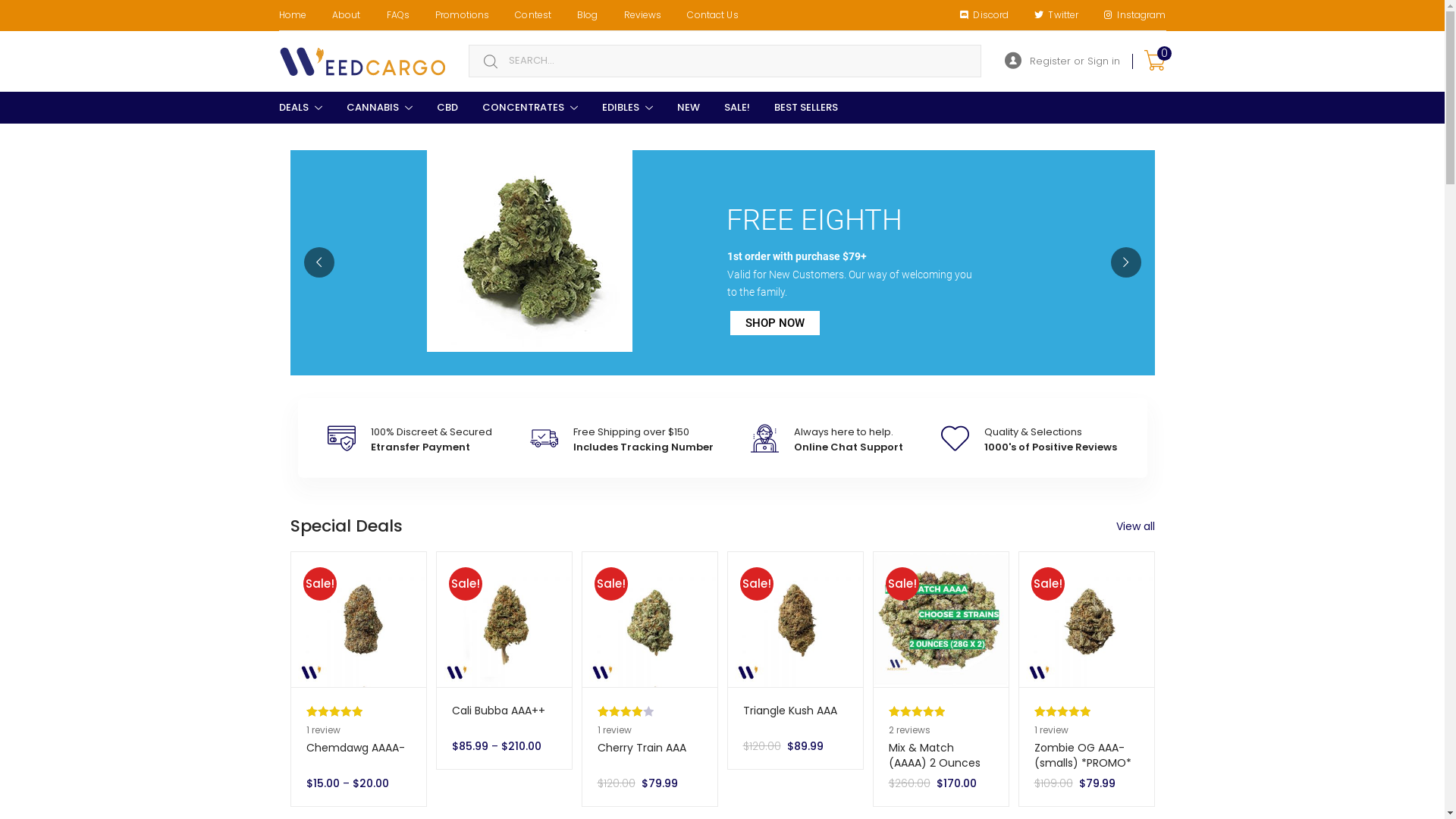 The width and height of the screenshot is (1456, 819). Describe the element at coordinates (643, 14) in the screenshot. I see `'Reviews'` at that location.